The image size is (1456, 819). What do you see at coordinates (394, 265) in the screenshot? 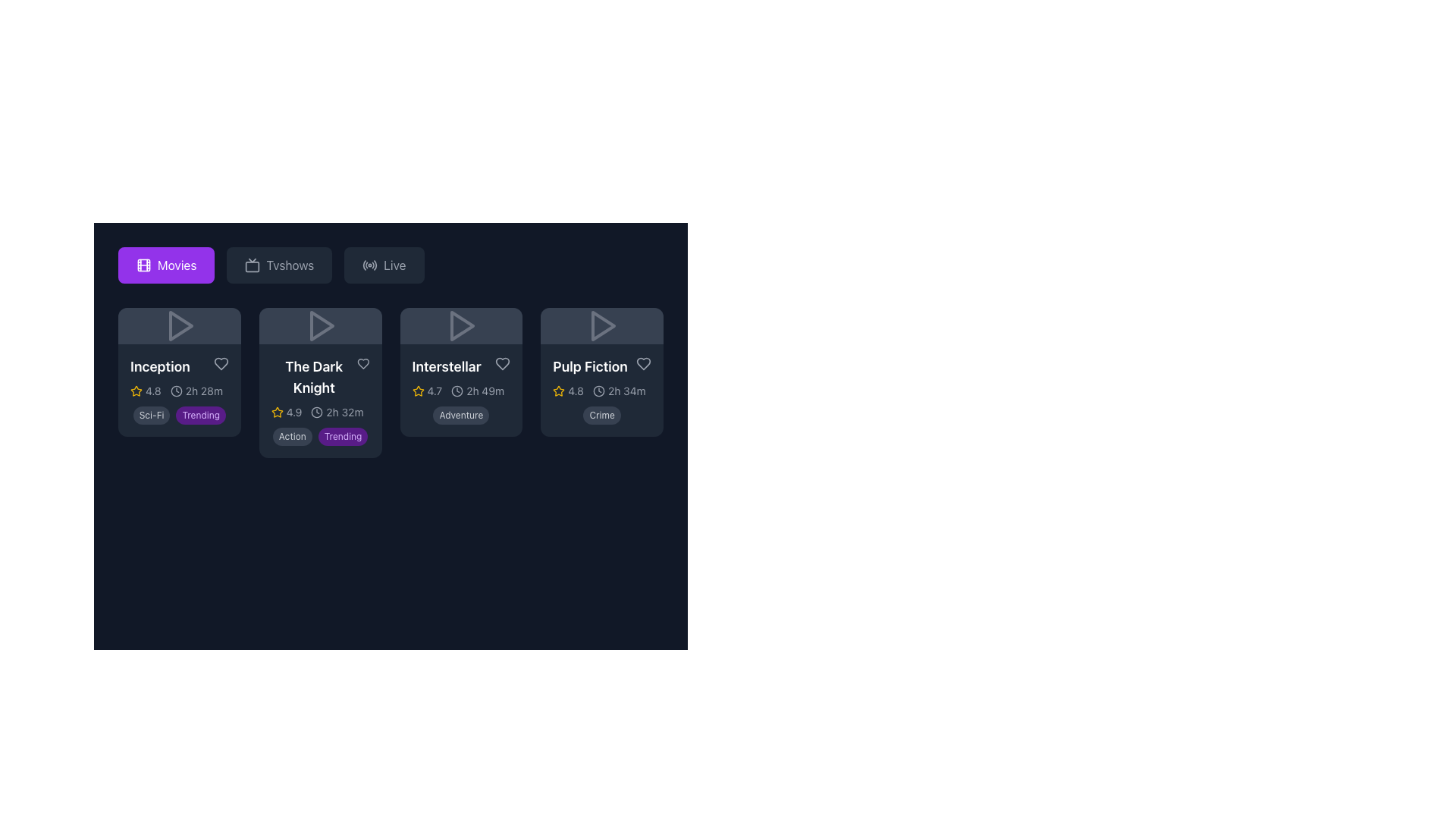
I see `the 'live' text label, which is styled in light gray on a dark gray background` at bounding box center [394, 265].